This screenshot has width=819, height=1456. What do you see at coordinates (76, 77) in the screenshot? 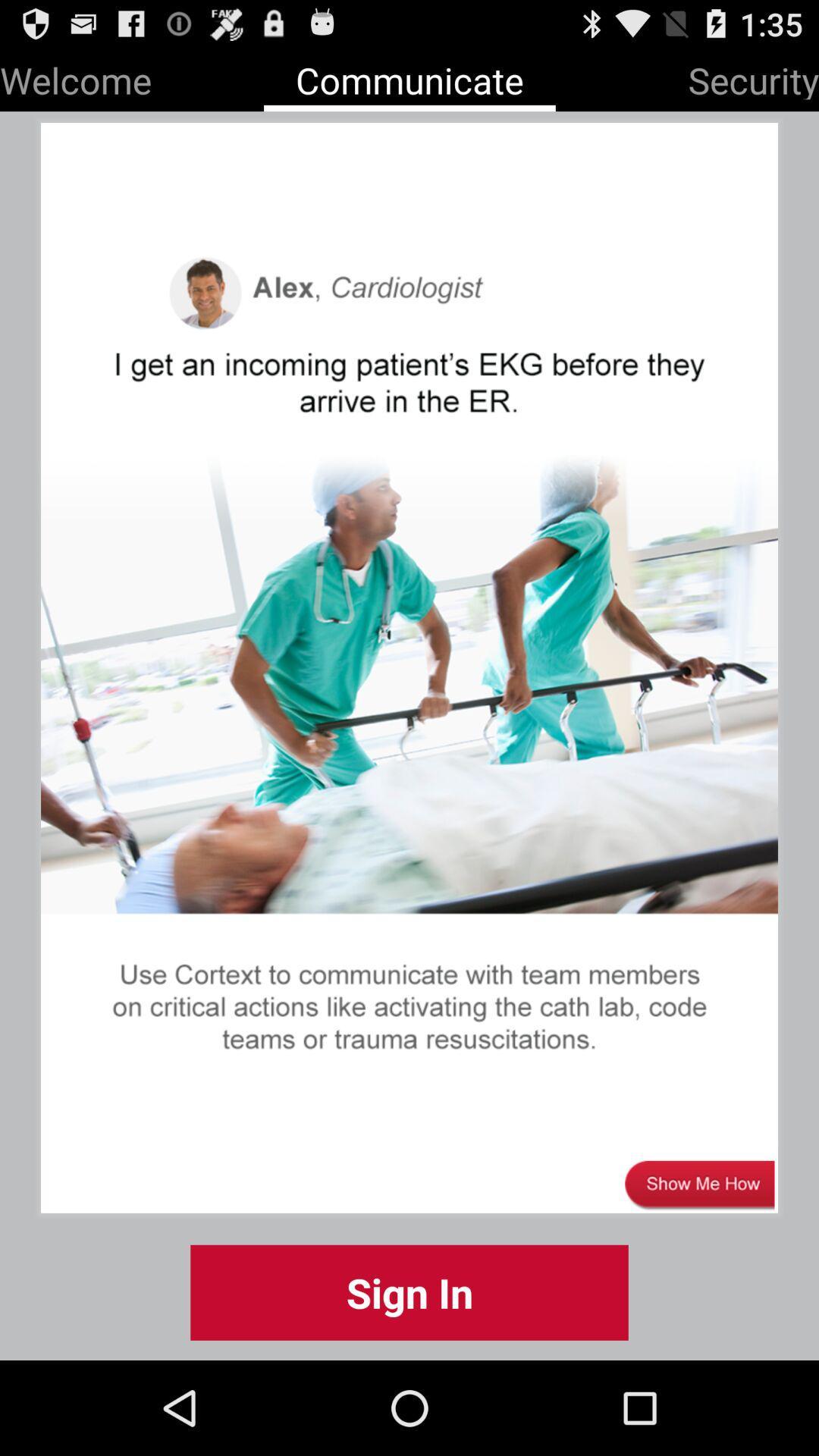
I see `the item to the left of the communicate app` at bounding box center [76, 77].